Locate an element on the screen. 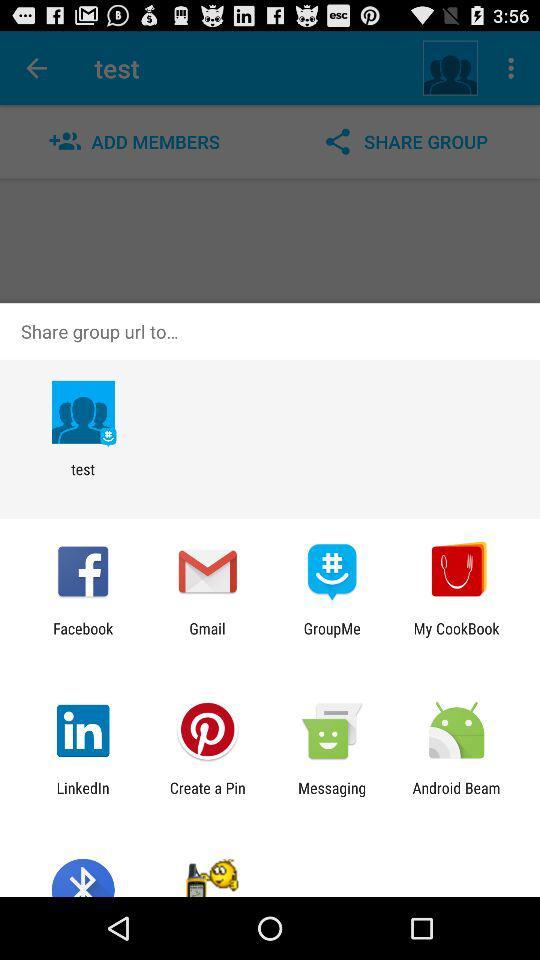 The height and width of the screenshot is (960, 540). item next to the messaging icon is located at coordinates (206, 796).